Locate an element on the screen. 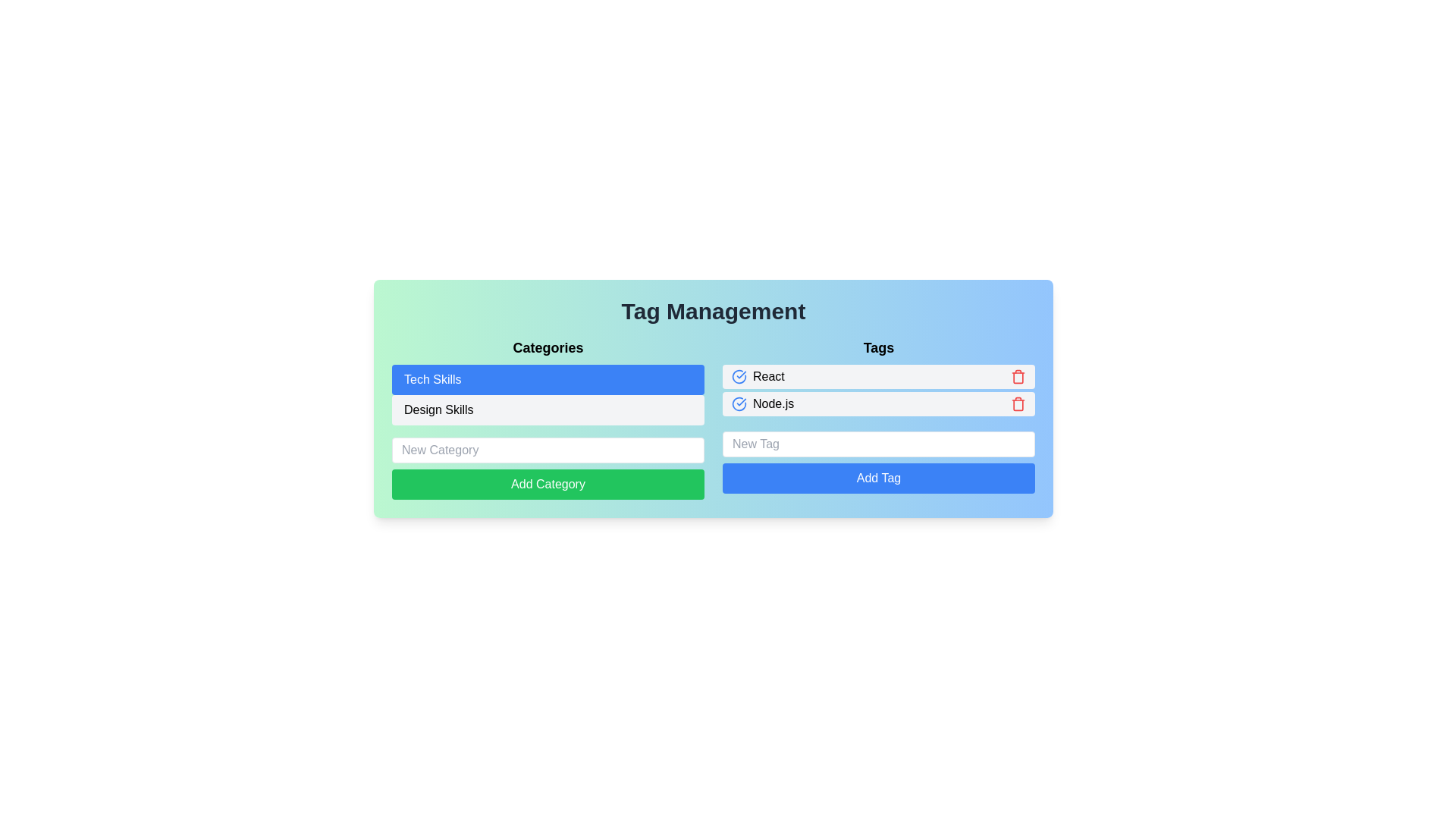 This screenshot has height=819, width=1456. the text label 'Tags', which is a bold heading styled with a larger font size, positioned in the upper-right part of the interface within a blue background gradient is located at coordinates (878, 348).